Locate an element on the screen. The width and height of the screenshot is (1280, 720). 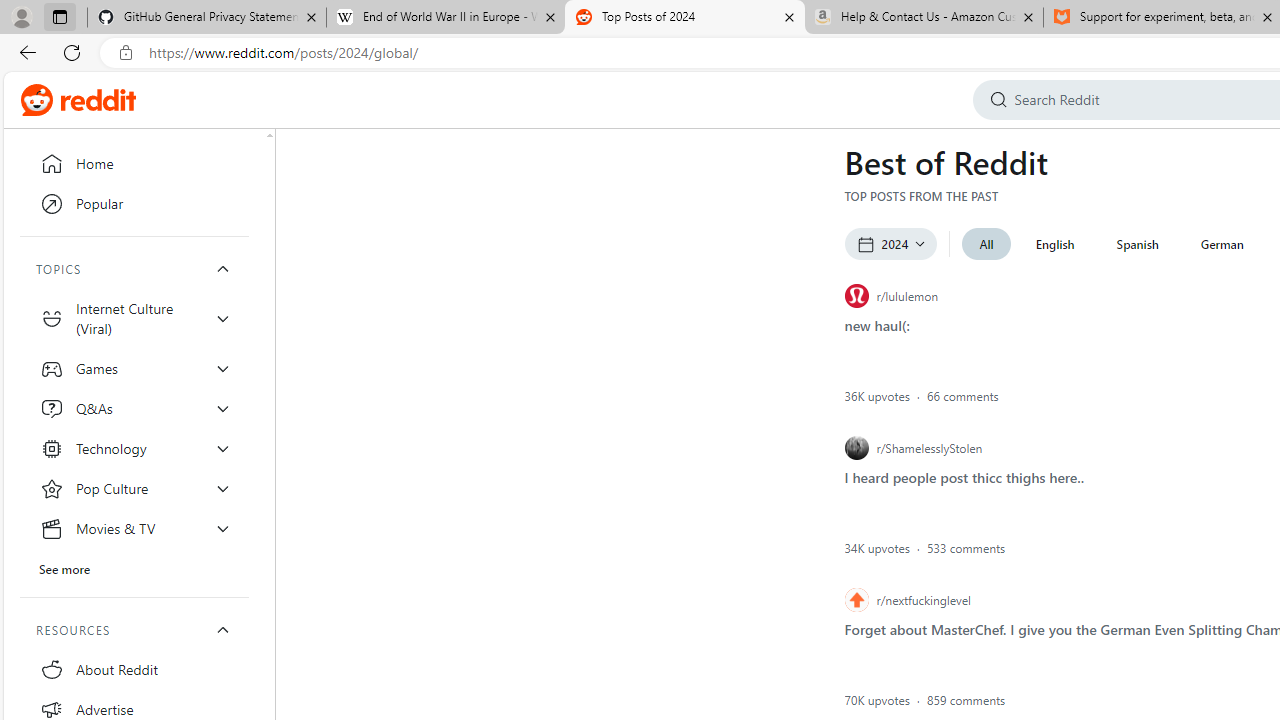
'r/lululemon icon' is located at coordinates (856, 295).